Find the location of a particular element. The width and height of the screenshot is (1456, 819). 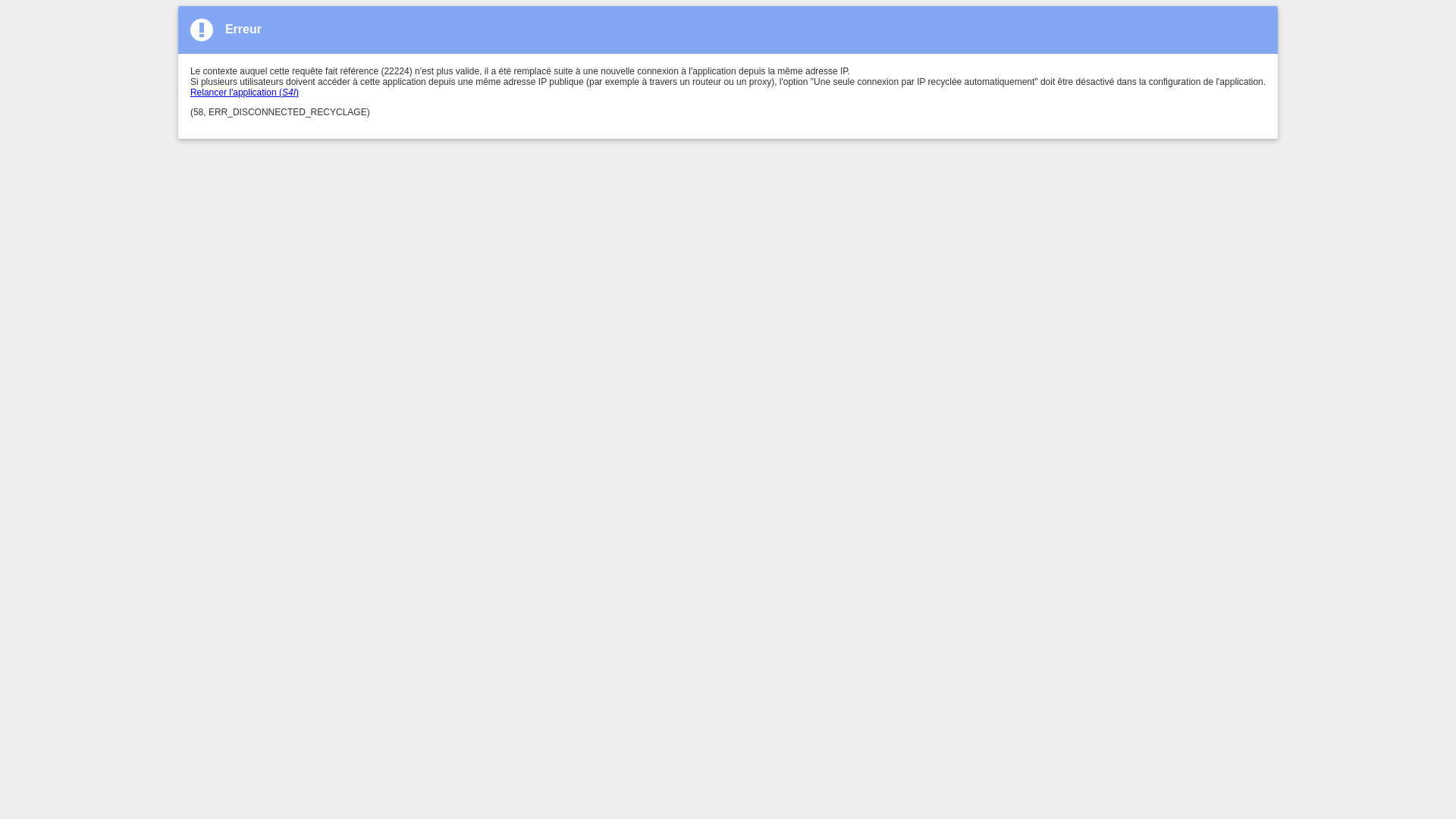

'Relancer l'application (S4I)' is located at coordinates (244, 93).